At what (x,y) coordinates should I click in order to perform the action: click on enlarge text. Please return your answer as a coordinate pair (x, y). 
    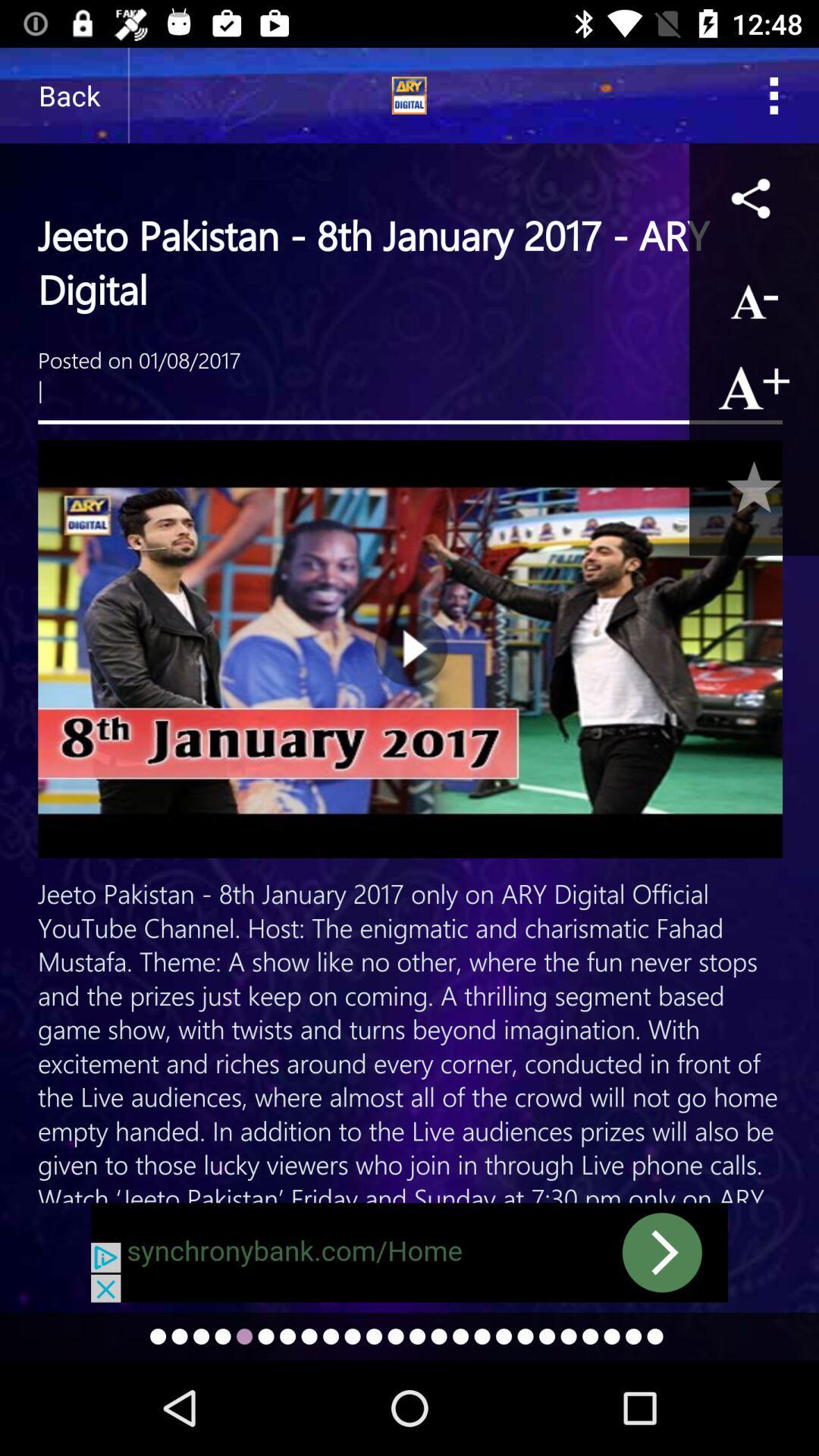
    Looking at the image, I should click on (754, 387).